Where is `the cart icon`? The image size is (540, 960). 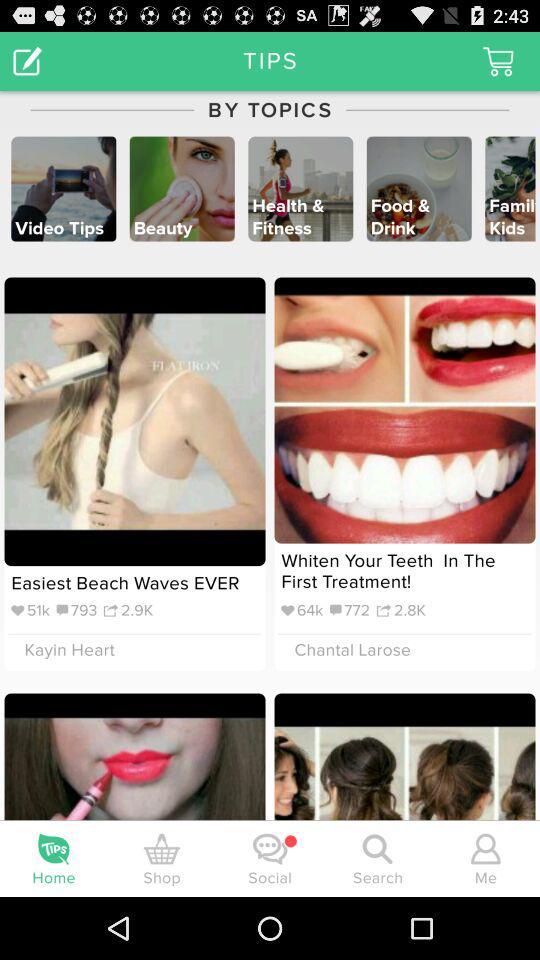
the cart icon is located at coordinates (497, 65).